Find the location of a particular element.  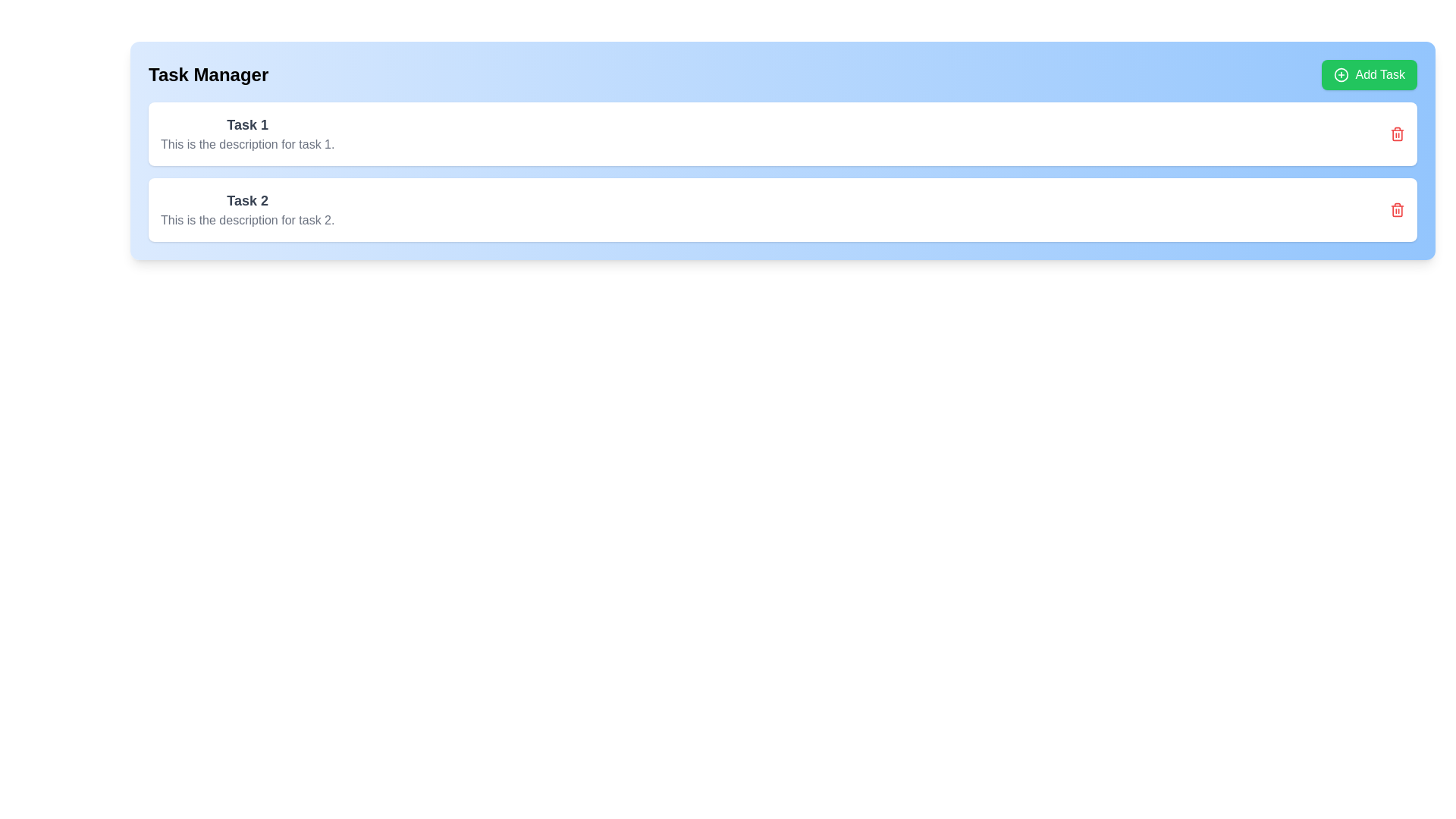

the Task Display Card titled 'Task 2', which features a bold title and a descriptive subtitle, located in the Task Manager interface is located at coordinates (247, 210).